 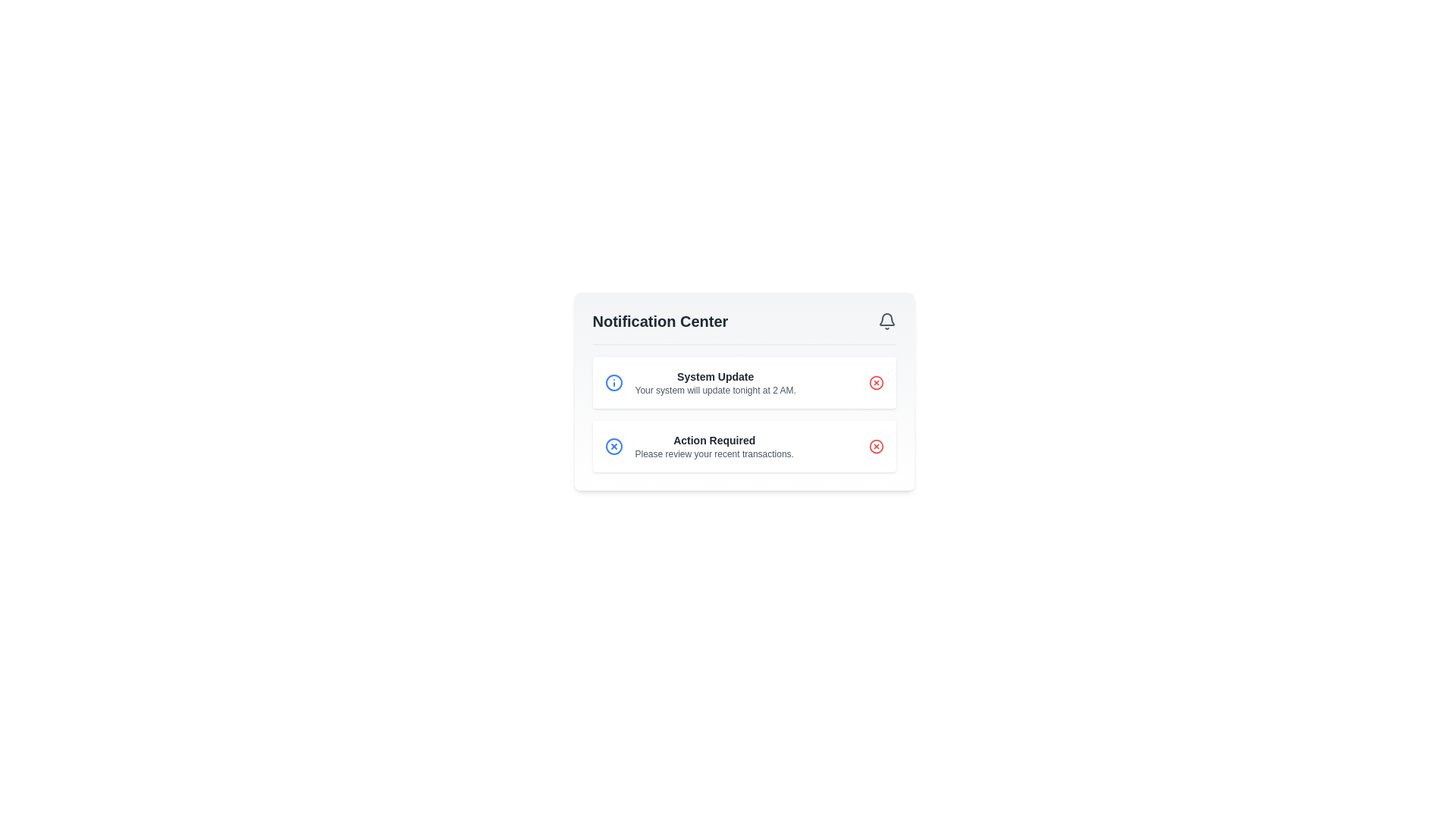 What do you see at coordinates (613, 446) in the screenshot?
I see `the interactive icon located to the right of the 'Action Required' description within the second actionable item of the notification center` at bounding box center [613, 446].